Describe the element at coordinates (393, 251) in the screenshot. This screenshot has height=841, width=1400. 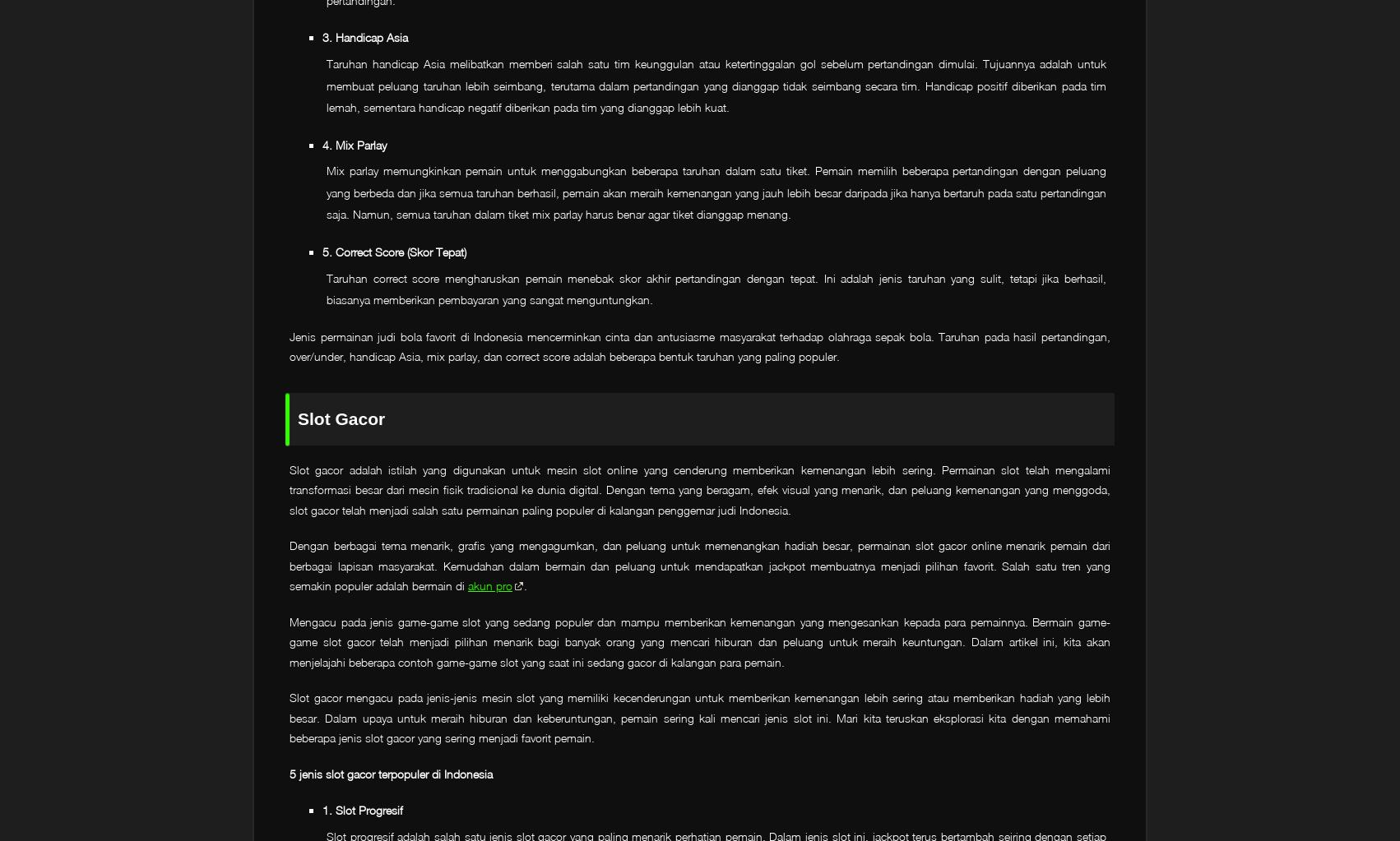
I see `'5. Correct Score (Skor Tepat)'` at that location.